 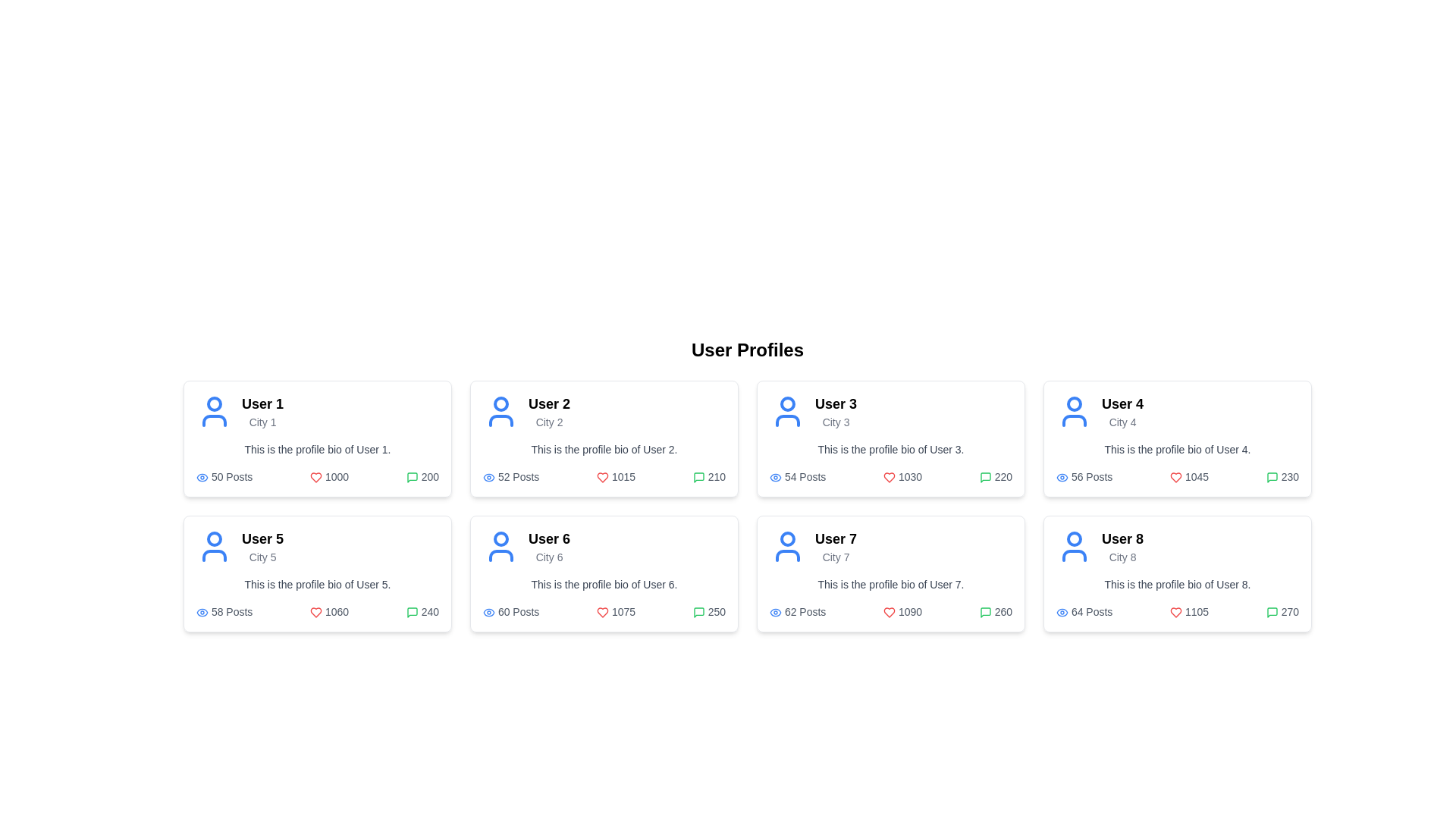 I want to click on the statistics display for User 6, which includes the texts '60 Posts', '1075', and '250' with their respective icons, so click(x=603, y=610).